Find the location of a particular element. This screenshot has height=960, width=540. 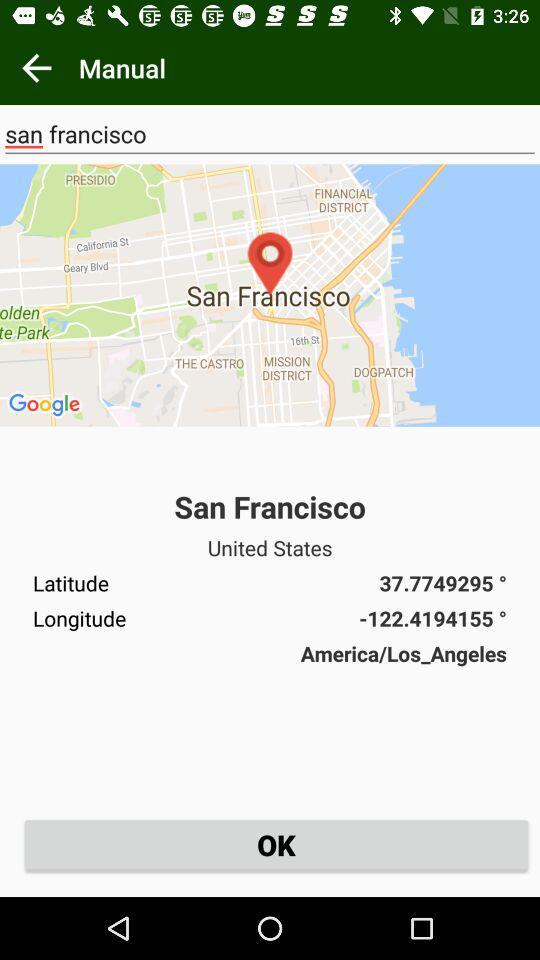

previous is located at coordinates (36, 68).